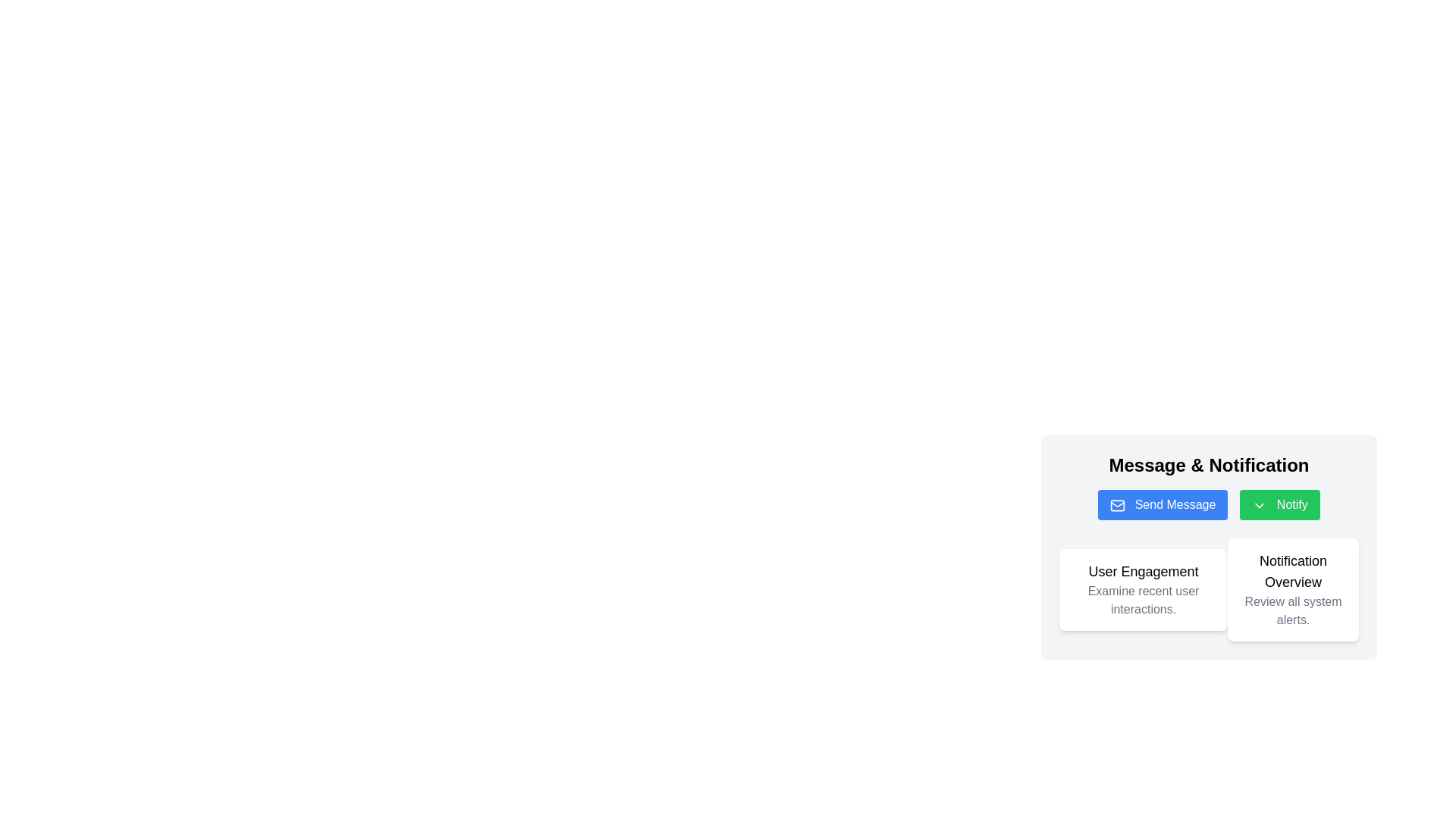 The height and width of the screenshot is (819, 1456). I want to click on the envelope-shaped icon located to the left of the 'Send Message' button, which serves as a visual cue for sending a message, so click(1118, 505).